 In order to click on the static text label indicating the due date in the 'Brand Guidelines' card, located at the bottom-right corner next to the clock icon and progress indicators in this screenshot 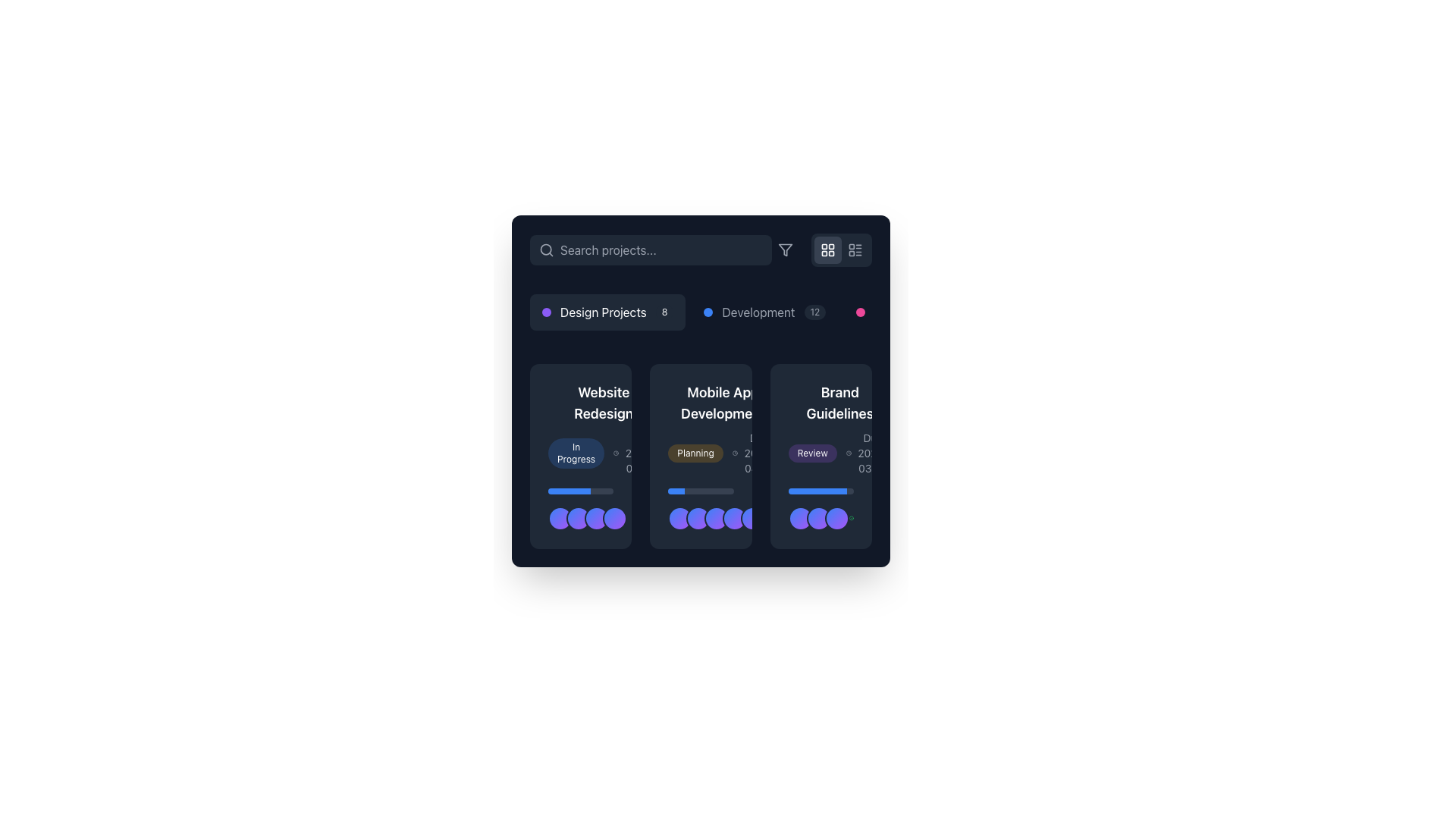, I will do `click(873, 452)`.